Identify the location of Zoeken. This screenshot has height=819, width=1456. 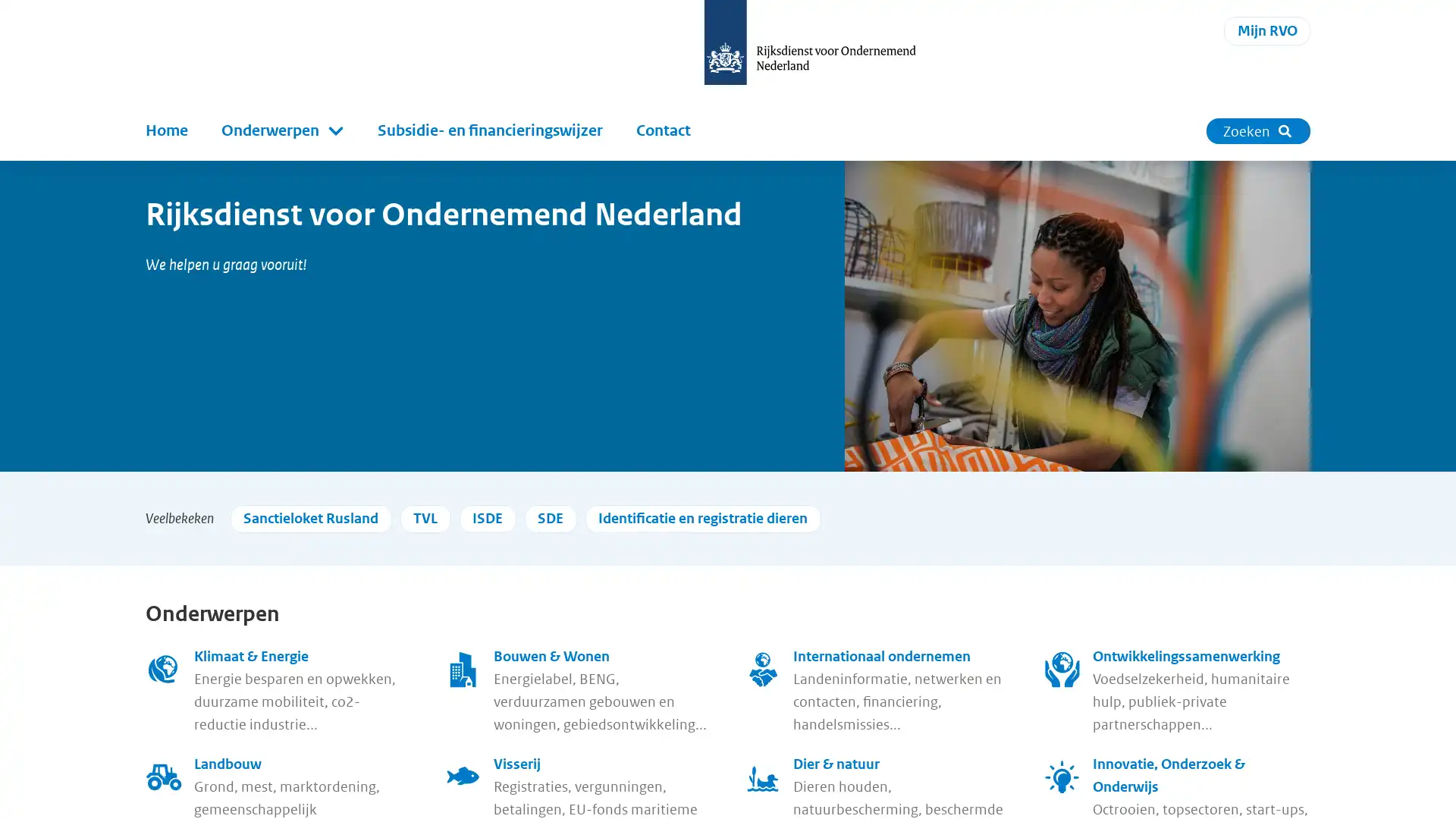
(1258, 130).